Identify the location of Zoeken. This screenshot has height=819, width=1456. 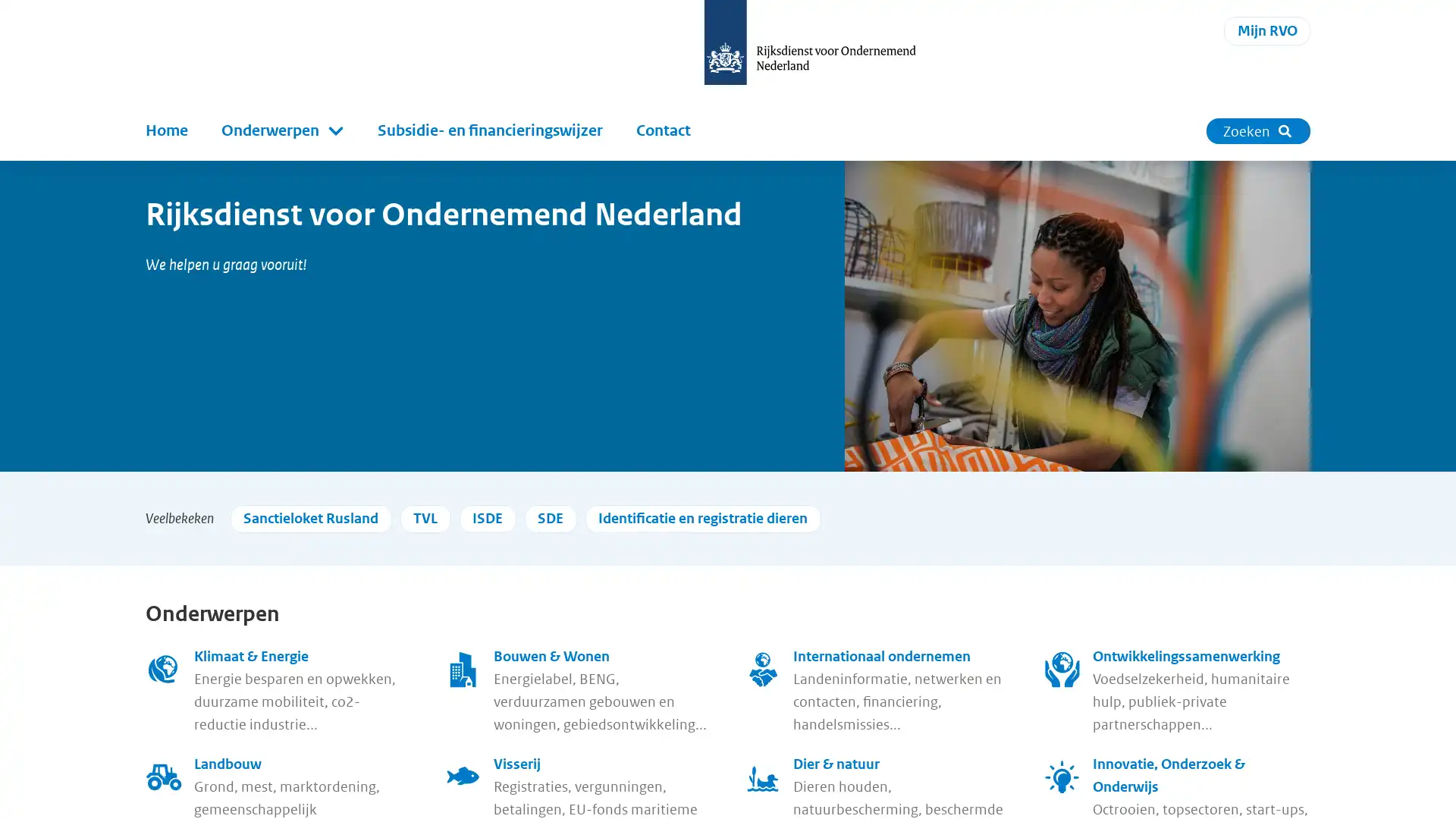
(1258, 130).